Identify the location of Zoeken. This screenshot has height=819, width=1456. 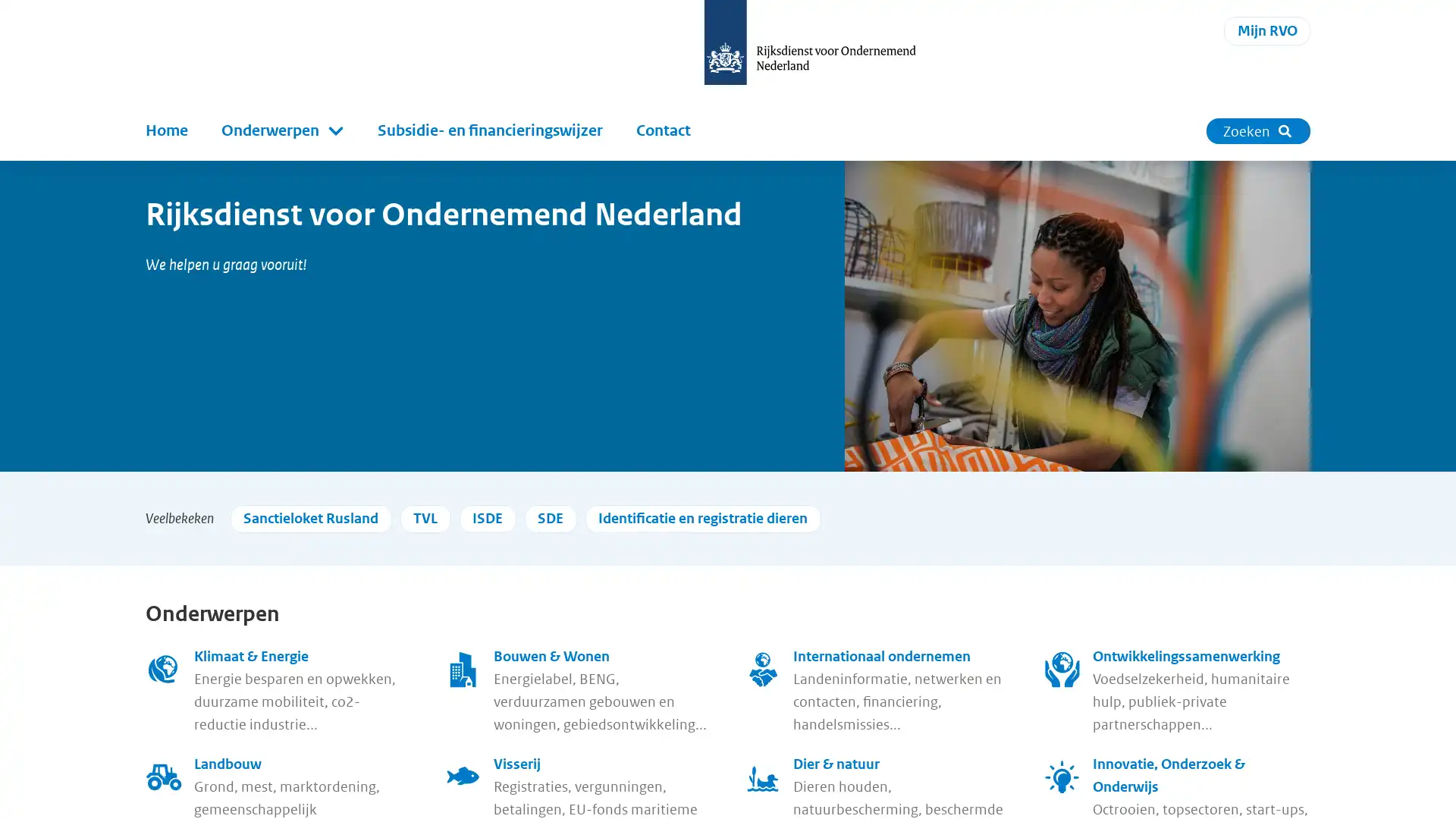
(1258, 130).